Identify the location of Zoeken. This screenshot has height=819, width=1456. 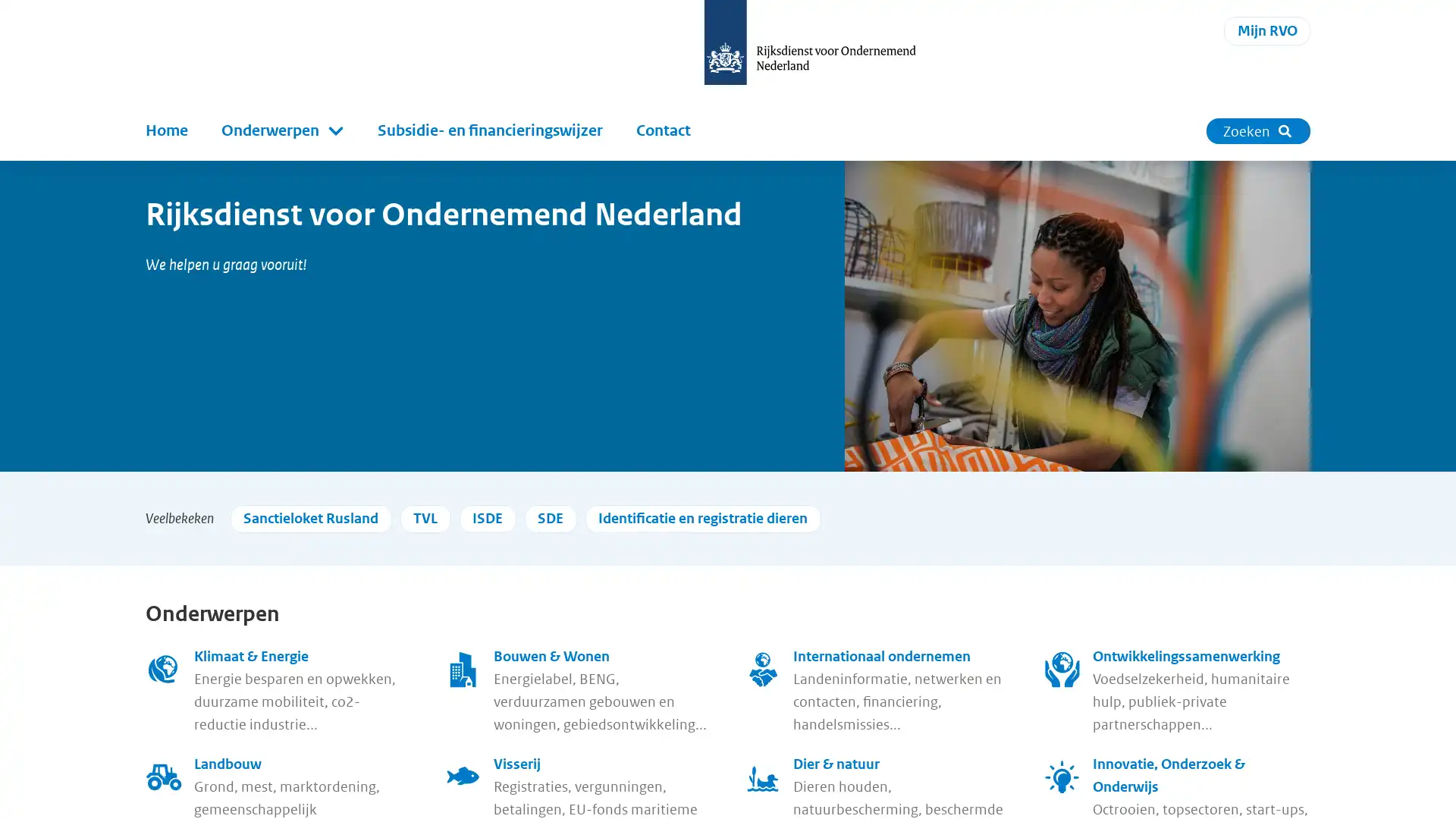
(1258, 130).